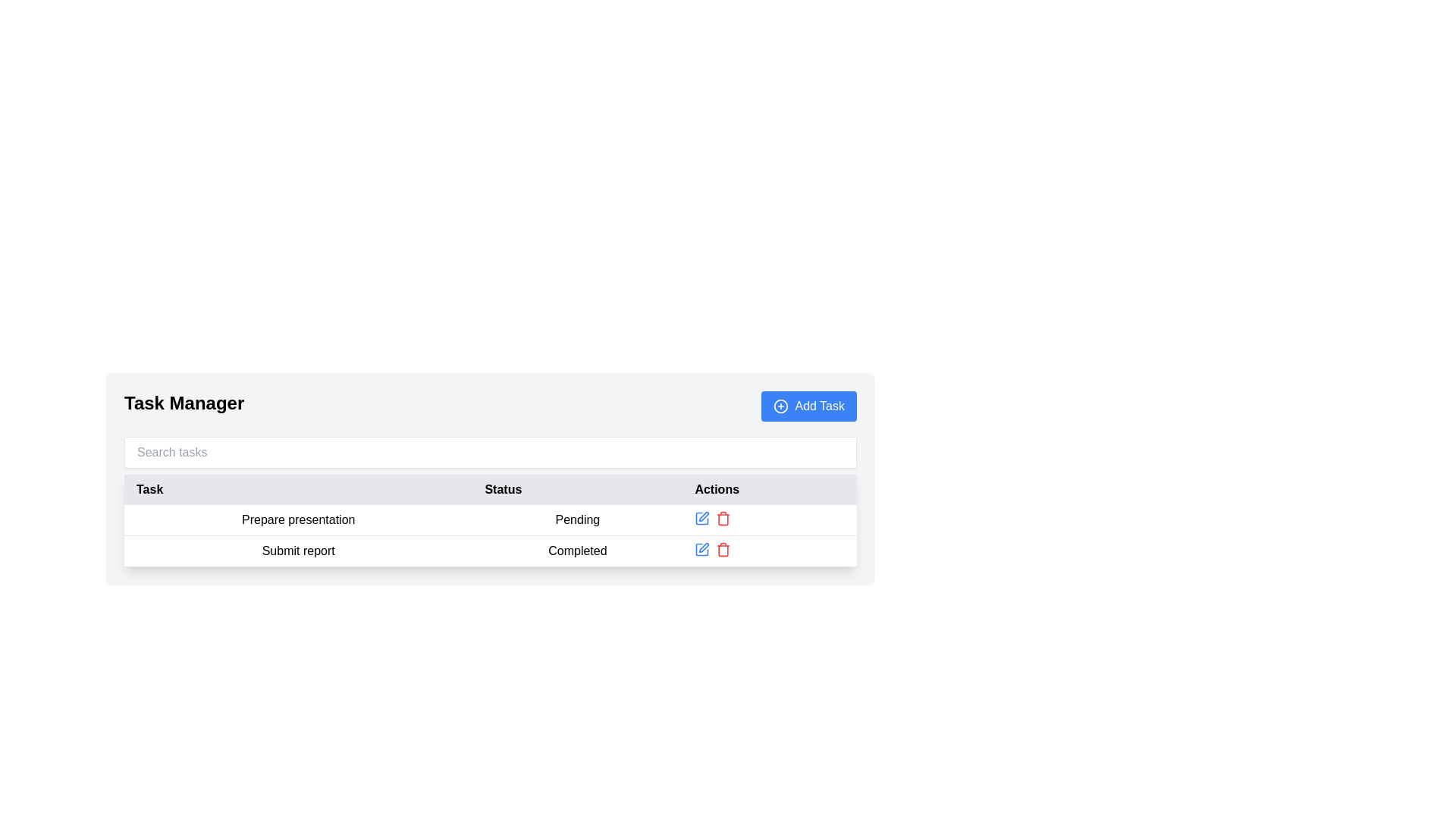 Image resolution: width=1456 pixels, height=819 pixels. I want to click on the first row of the task table, so click(491, 534).